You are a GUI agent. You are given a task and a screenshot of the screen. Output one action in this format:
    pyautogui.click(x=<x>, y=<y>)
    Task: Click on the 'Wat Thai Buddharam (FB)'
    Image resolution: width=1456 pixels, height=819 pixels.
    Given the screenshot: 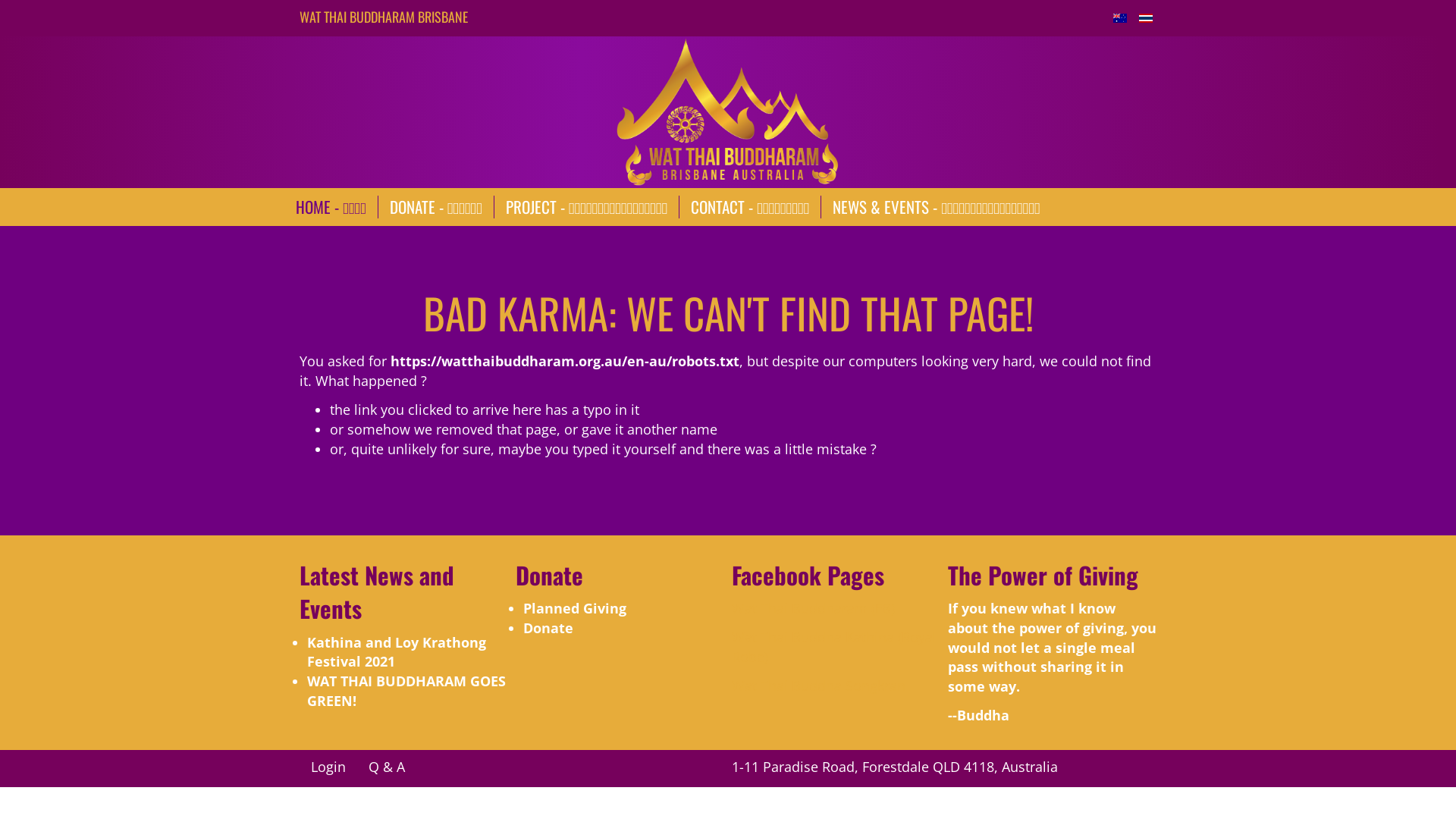 What is the action you would take?
    pyautogui.click(x=731, y=607)
    